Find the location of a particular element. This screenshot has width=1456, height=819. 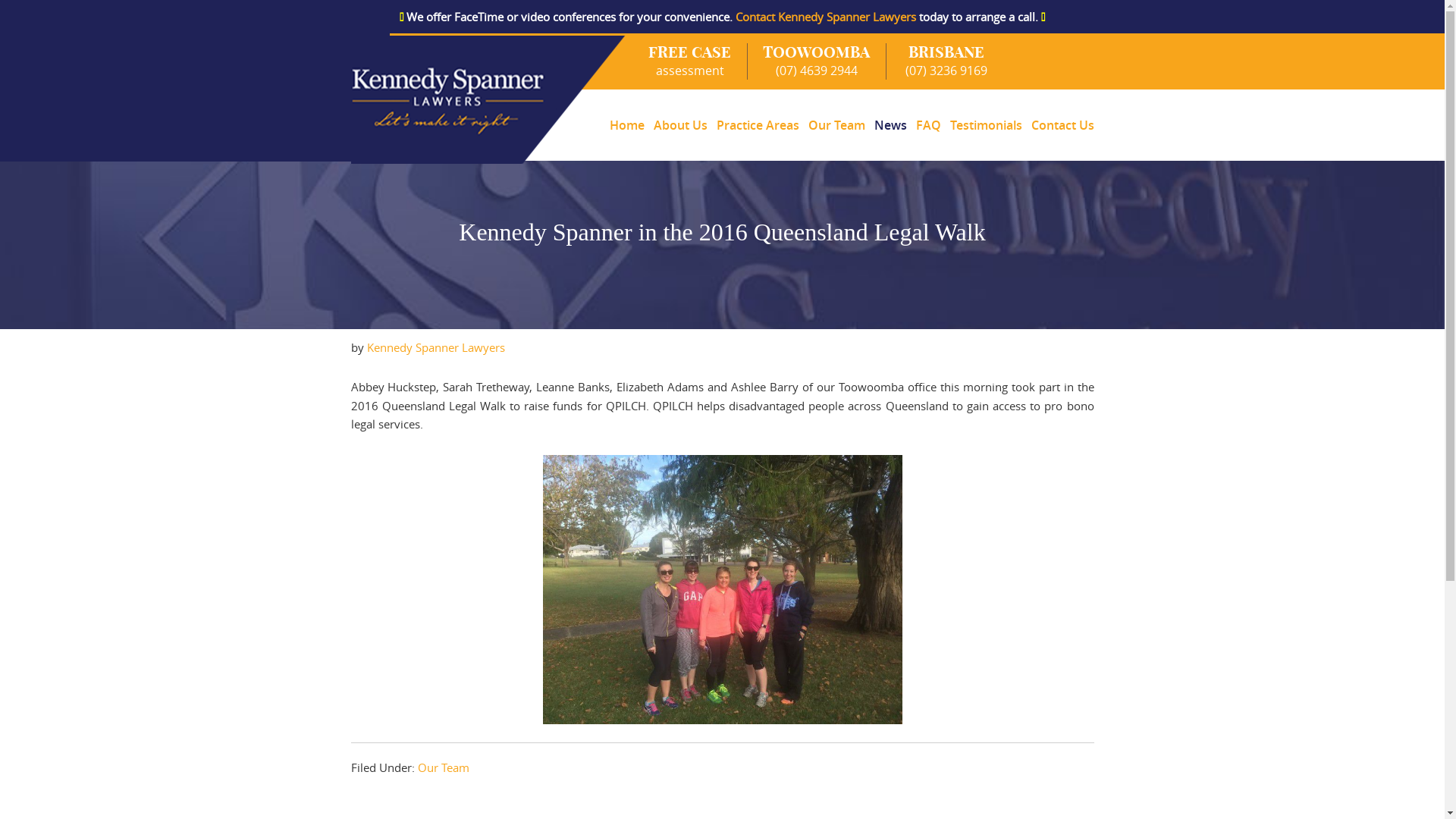

'FREE CASE is located at coordinates (633, 61).